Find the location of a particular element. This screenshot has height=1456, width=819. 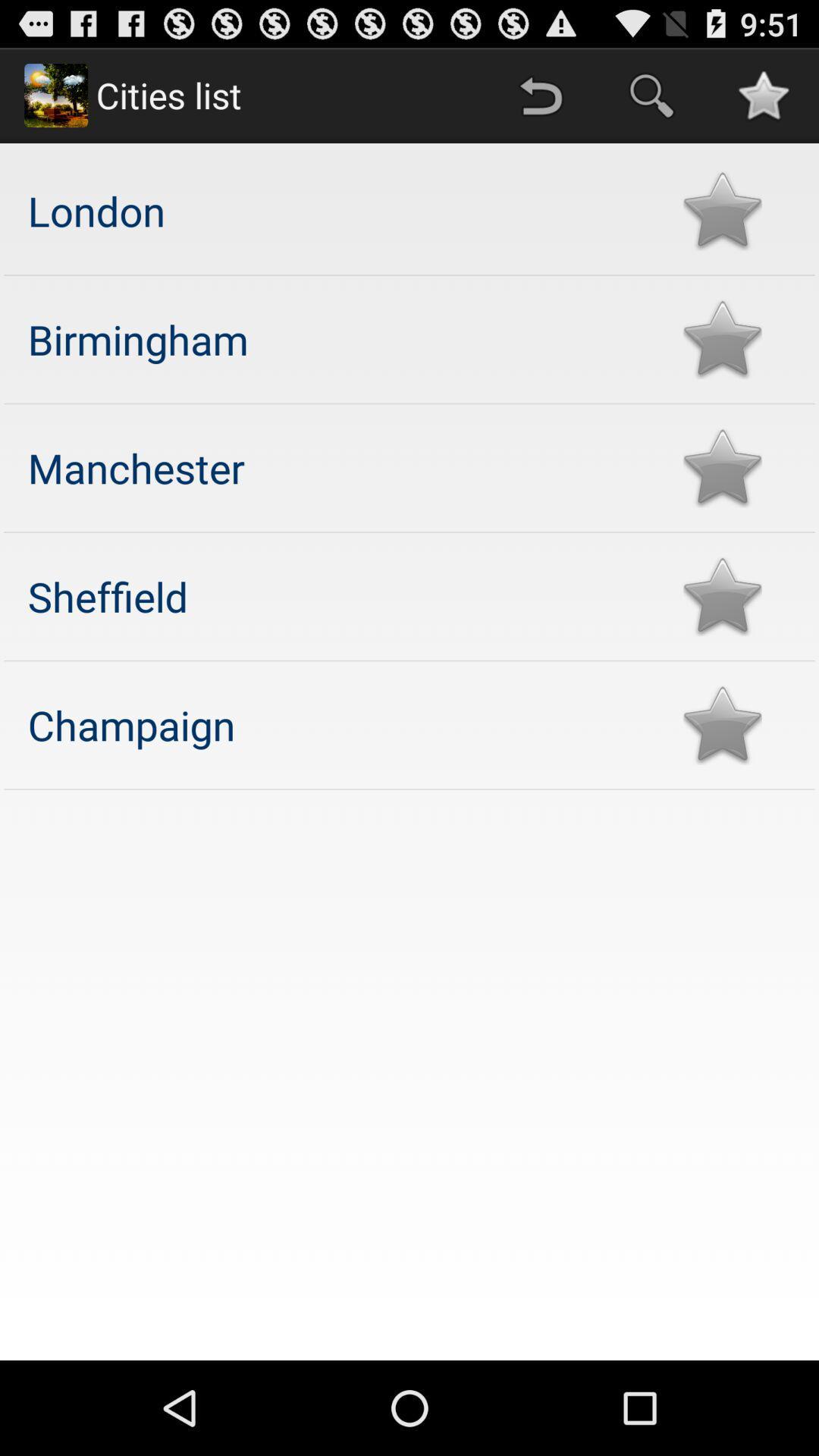

the manchester icon is located at coordinates (340, 466).